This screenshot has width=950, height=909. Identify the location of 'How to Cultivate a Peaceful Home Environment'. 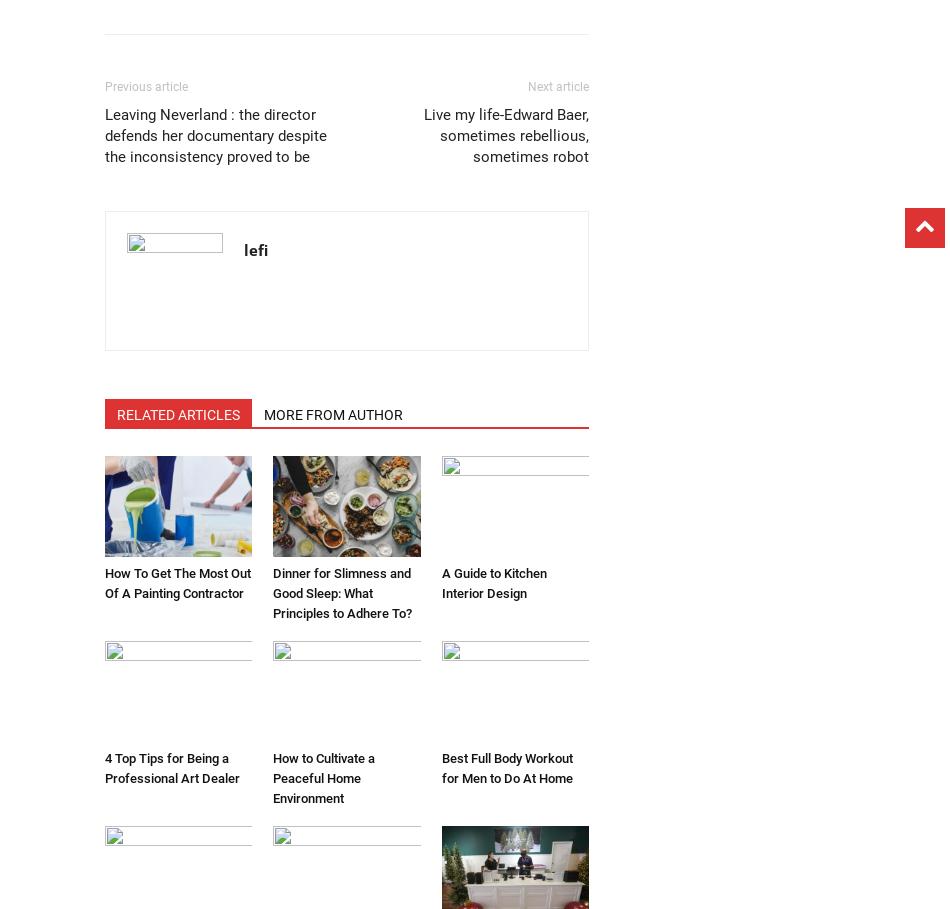
(272, 777).